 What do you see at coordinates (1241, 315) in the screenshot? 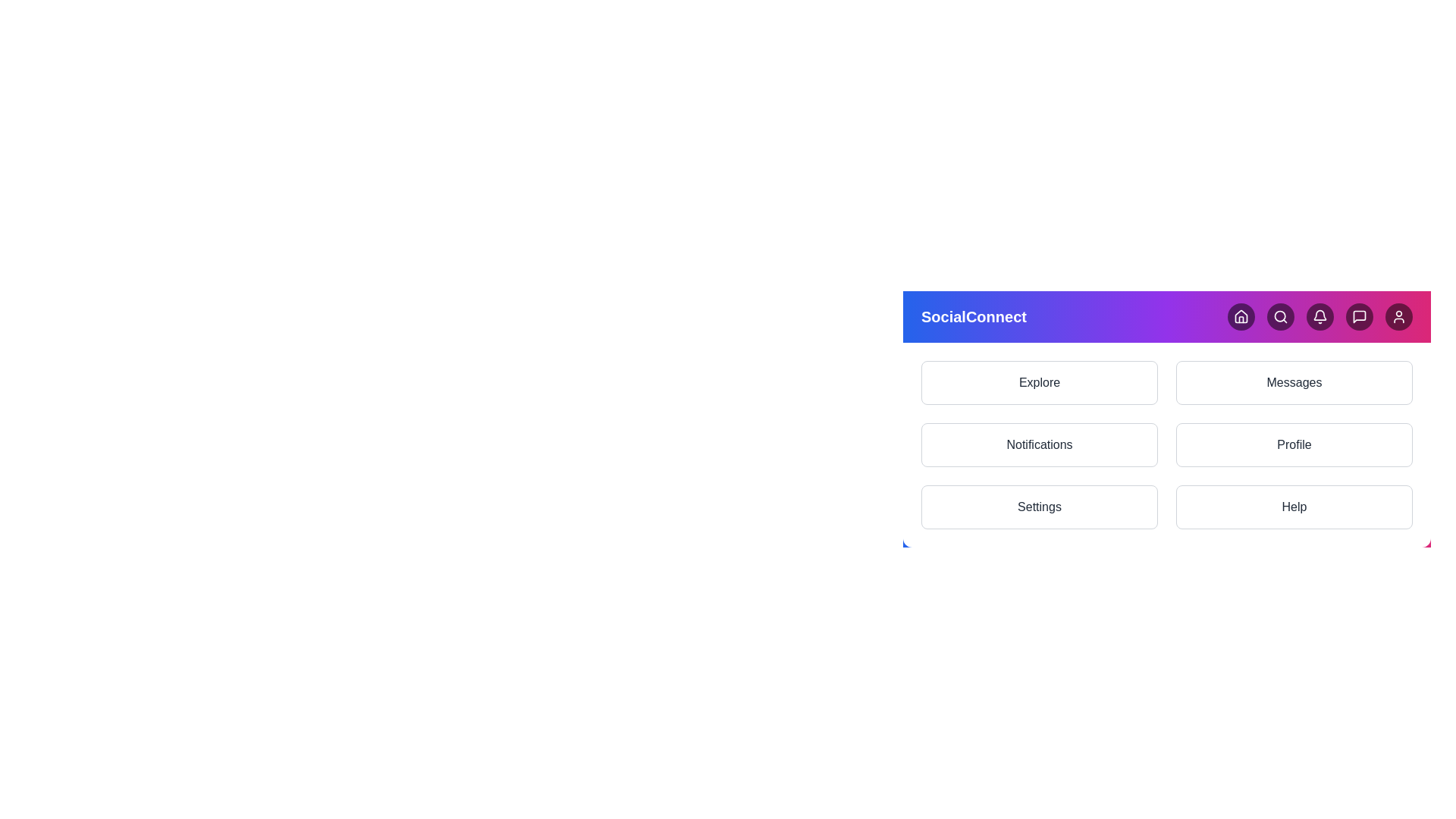
I see `the button with the icon Home to observe the hover effect` at bounding box center [1241, 315].